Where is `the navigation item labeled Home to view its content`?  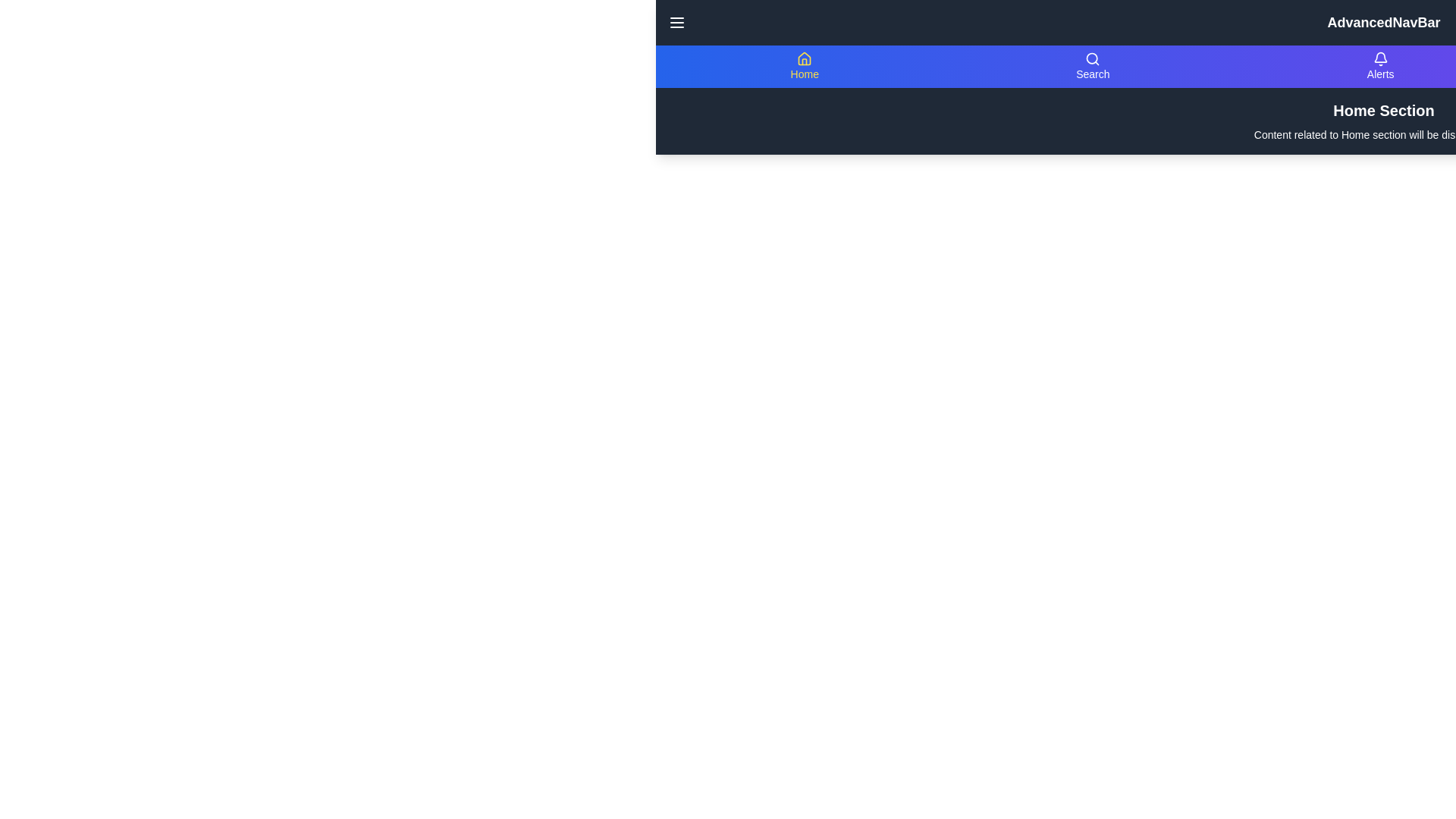
the navigation item labeled Home to view its content is located at coordinates (803, 66).